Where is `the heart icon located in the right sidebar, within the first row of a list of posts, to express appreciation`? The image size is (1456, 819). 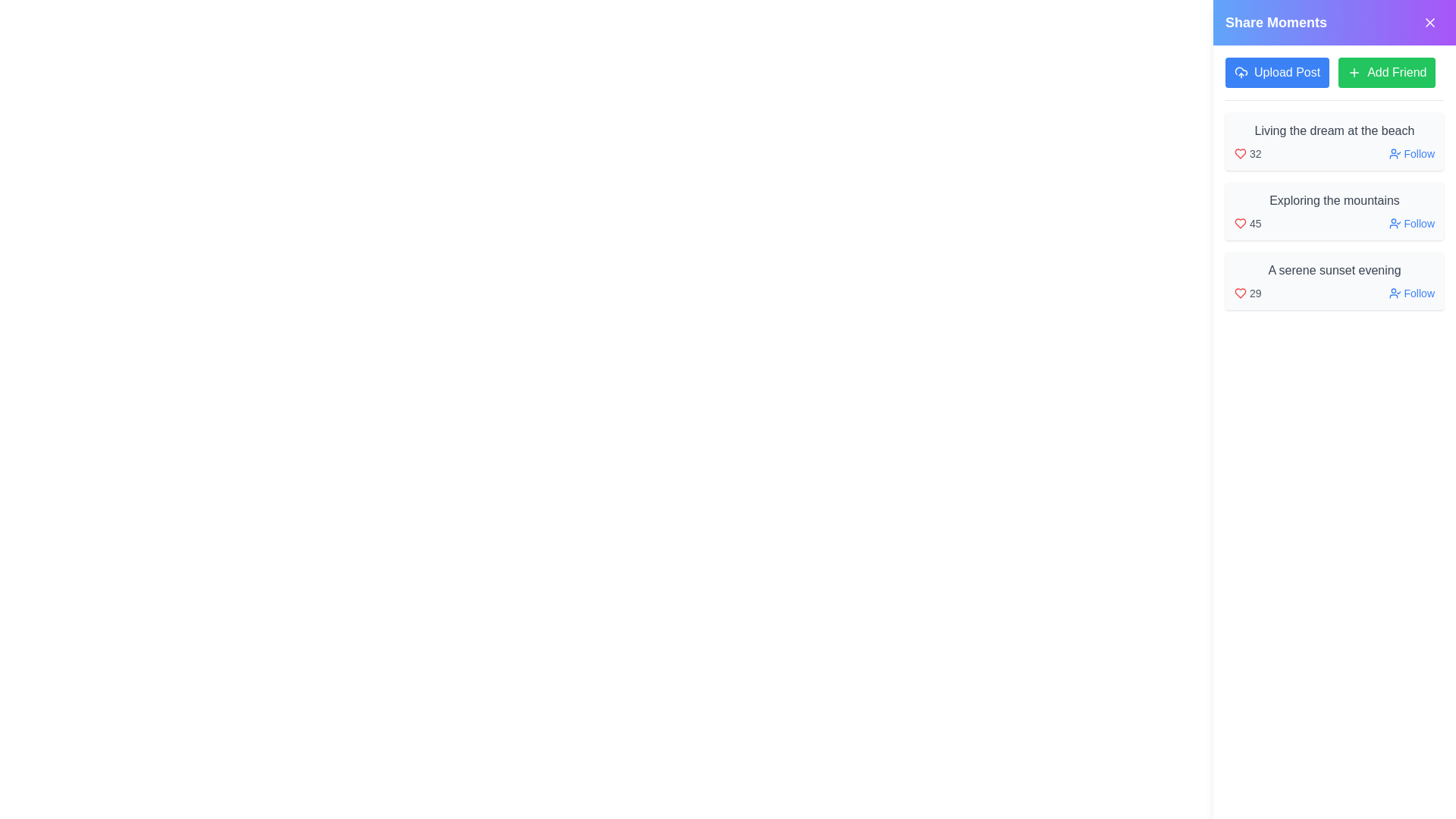 the heart icon located in the right sidebar, within the first row of a list of posts, to express appreciation is located at coordinates (1241, 154).